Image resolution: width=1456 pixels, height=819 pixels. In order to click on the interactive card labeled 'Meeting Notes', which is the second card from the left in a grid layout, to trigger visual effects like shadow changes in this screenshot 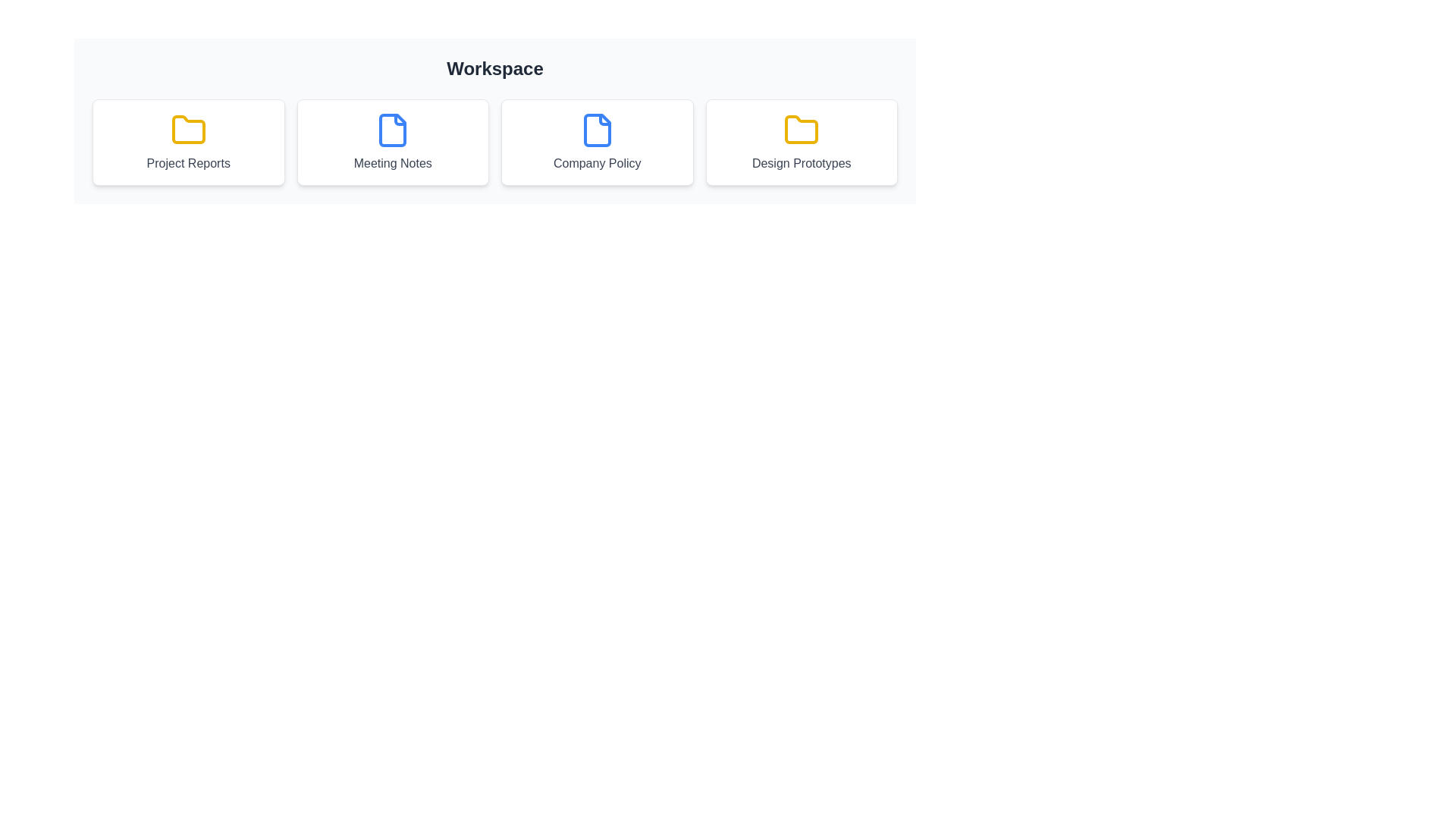, I will do `click(393, 143)`.